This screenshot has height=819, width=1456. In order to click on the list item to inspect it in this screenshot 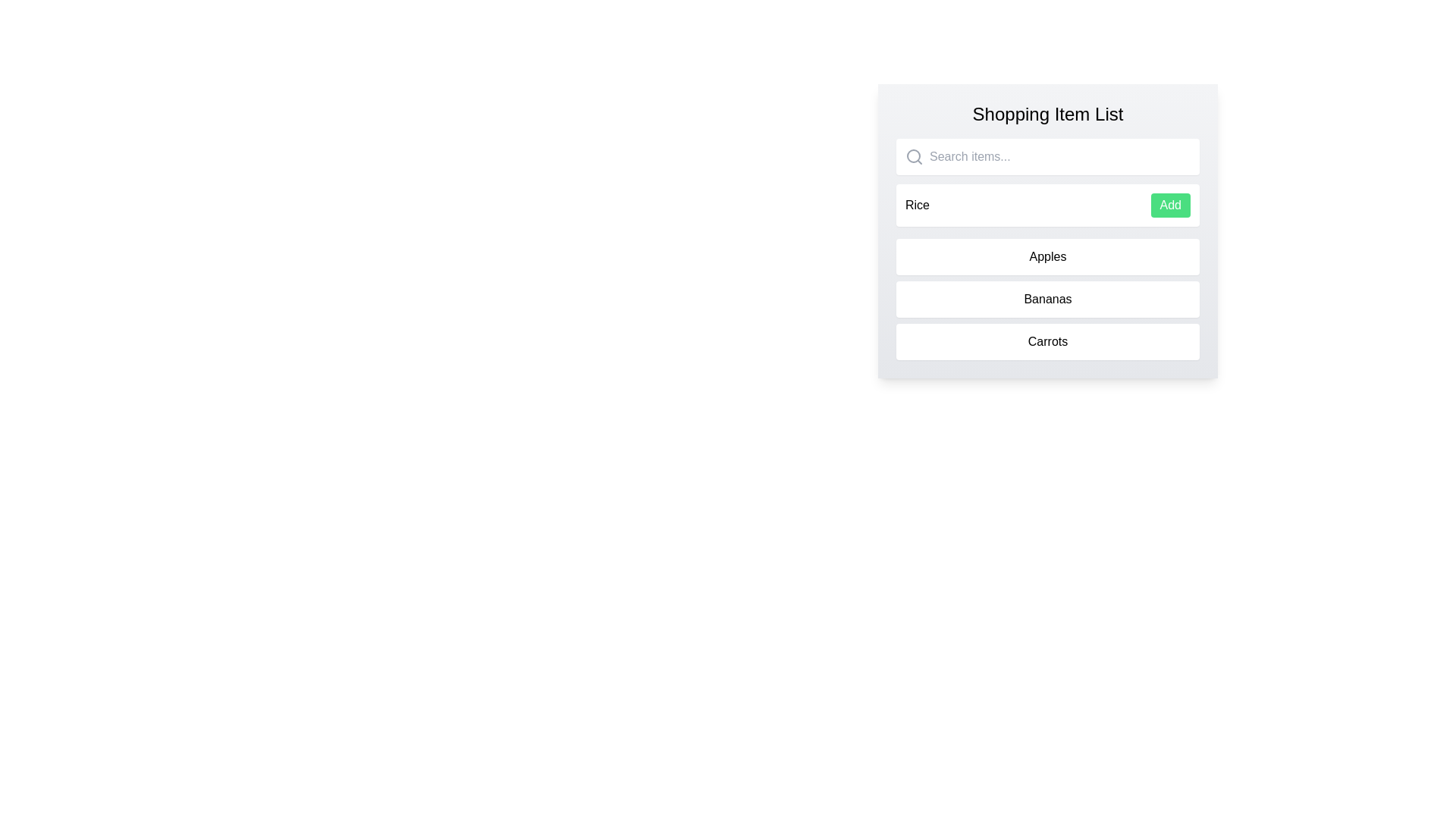, I will do `click(1047, 299)`.